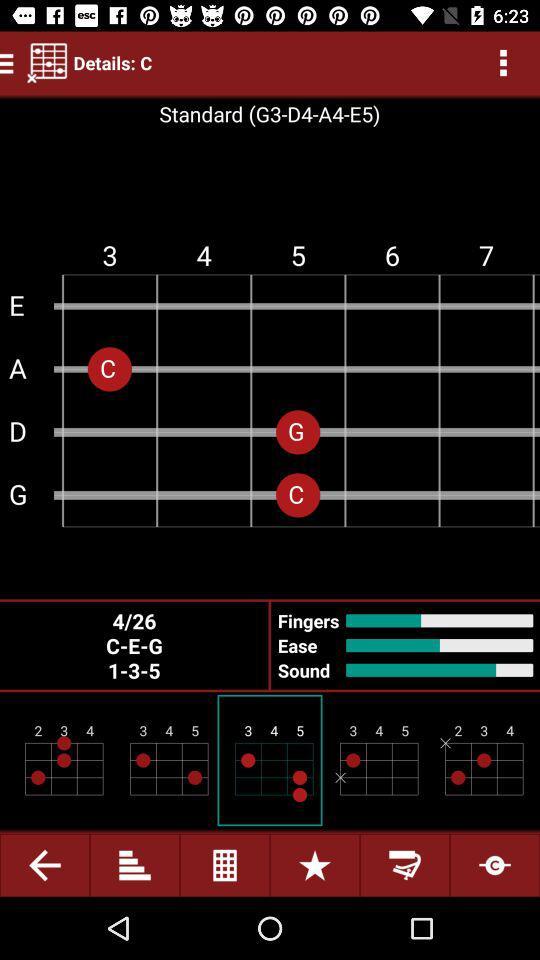 The image size is (540, 960). I want to click on the button which is on the bottom right corner of the page, so click(494, 865).